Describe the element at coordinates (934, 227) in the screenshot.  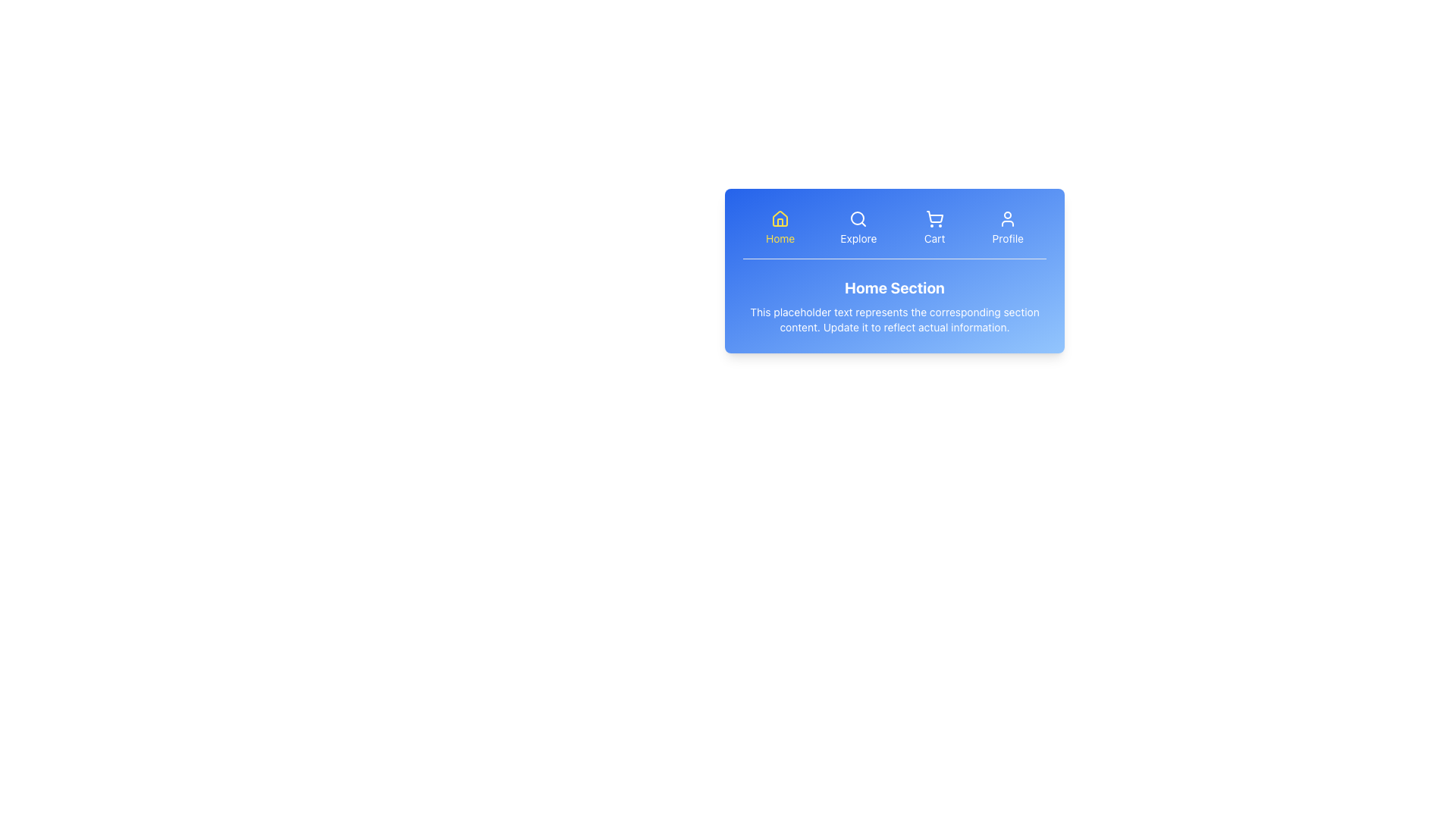
I see `the shopping cart button, which is the third element from the left in the navigation bar` at that location.